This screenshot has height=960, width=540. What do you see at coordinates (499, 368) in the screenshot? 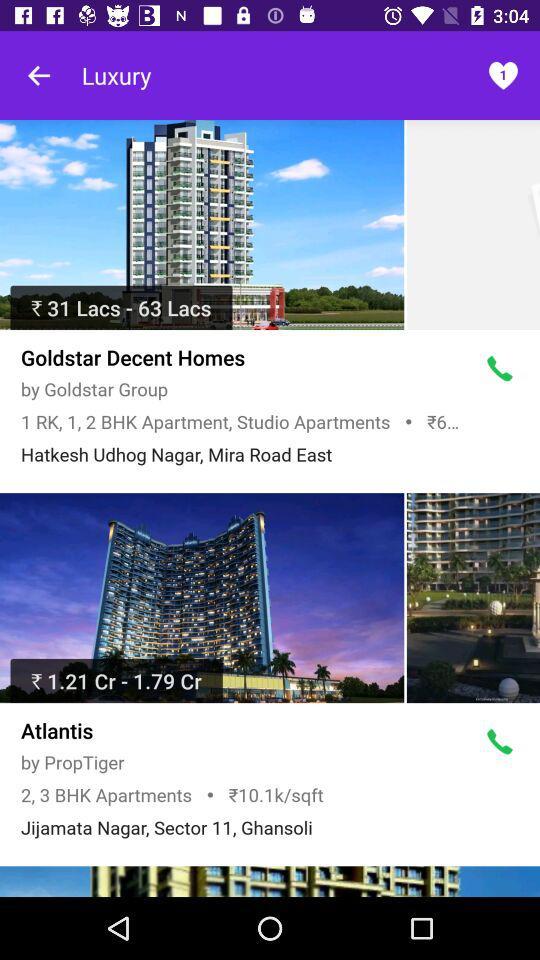
I see `call business` at bounding box center [499, 368].